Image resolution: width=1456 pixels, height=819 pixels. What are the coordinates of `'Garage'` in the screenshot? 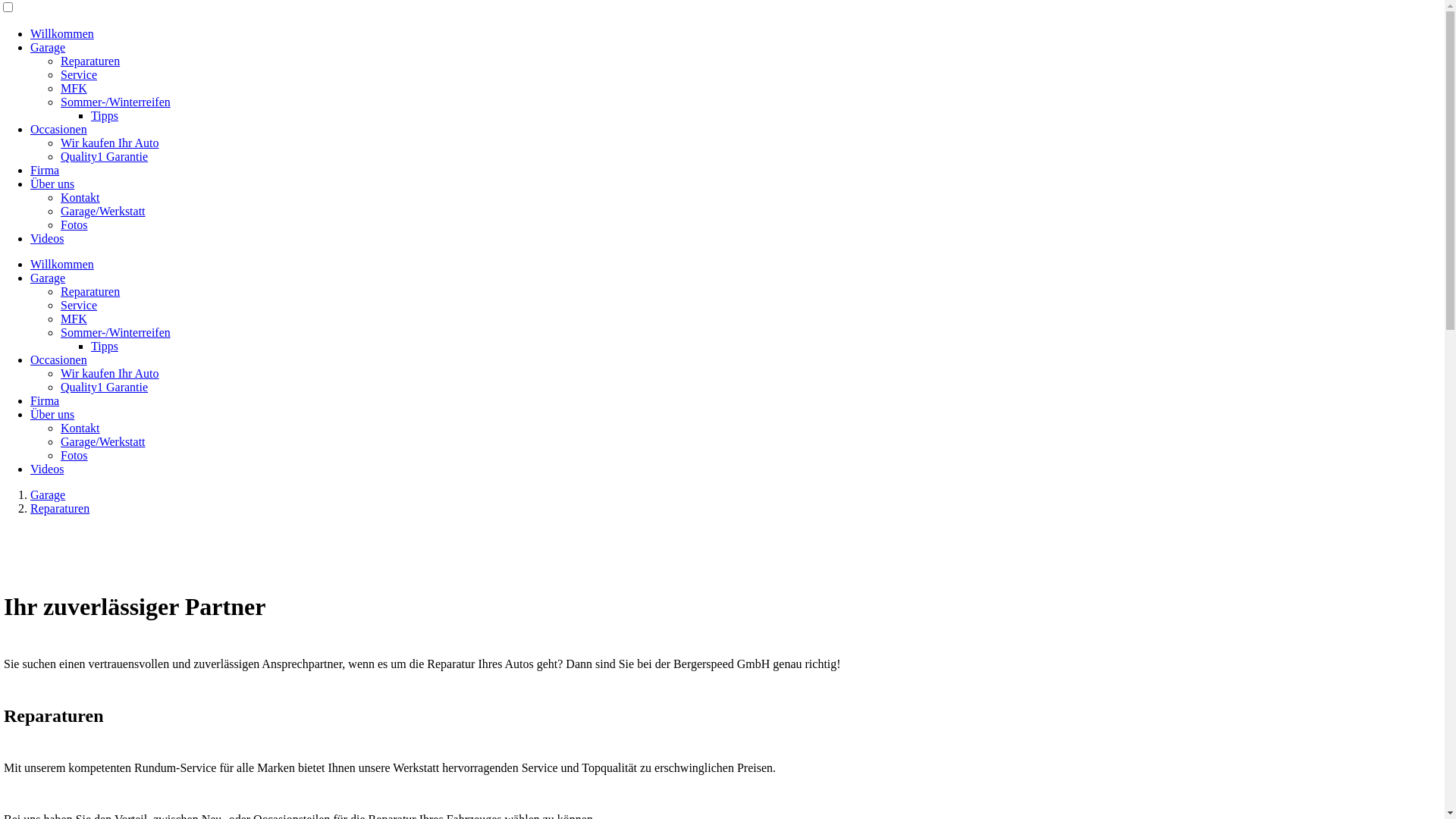 It's located at (47, 278).